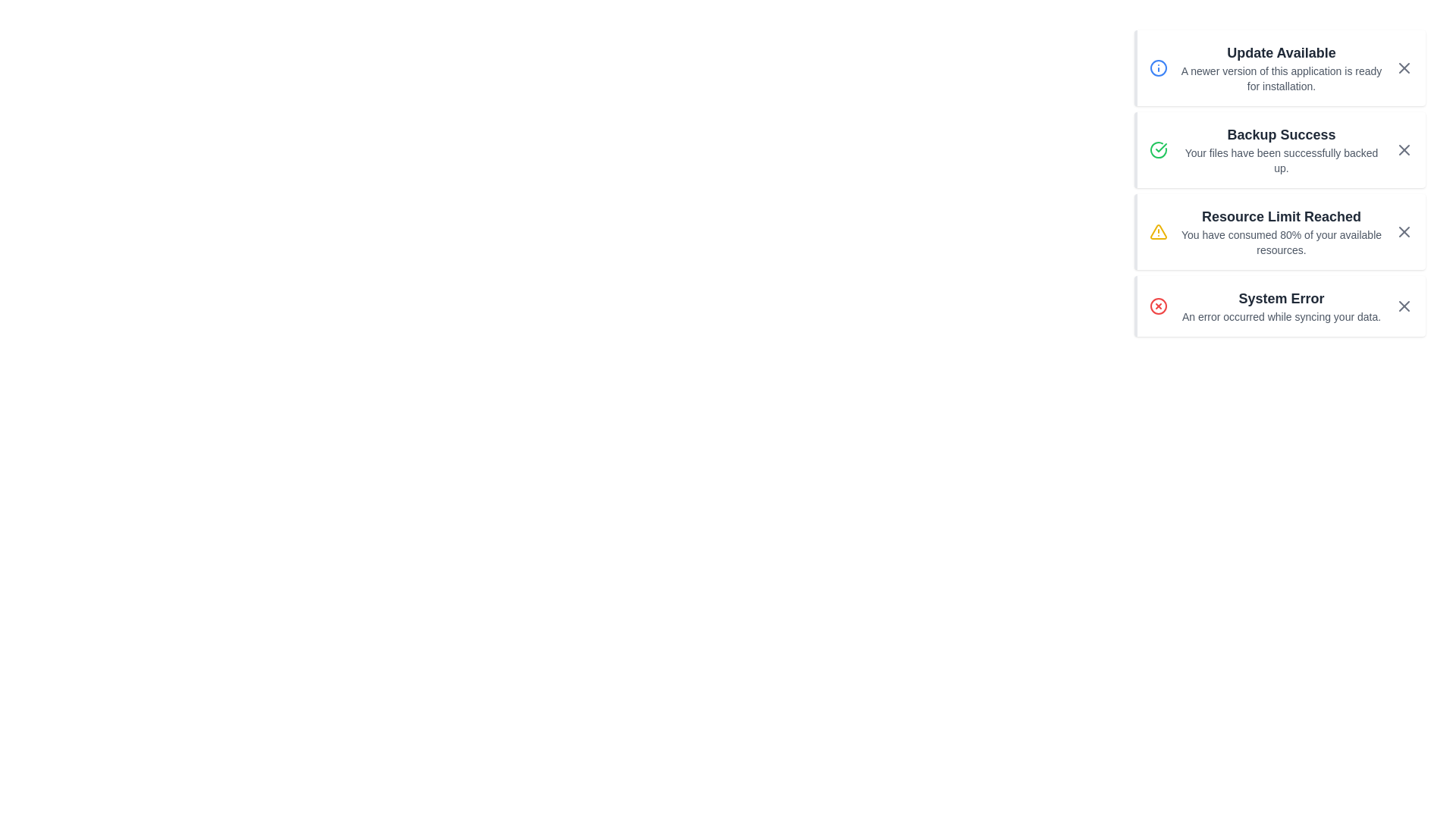 Image resolution: width=1456 pixels, height=819 pixels. Describe the element at coordinates (1404, 231) in the screenshot. I see `the close button located at the far right end of the notification titled 'Resource Limit Reached'` at that location.